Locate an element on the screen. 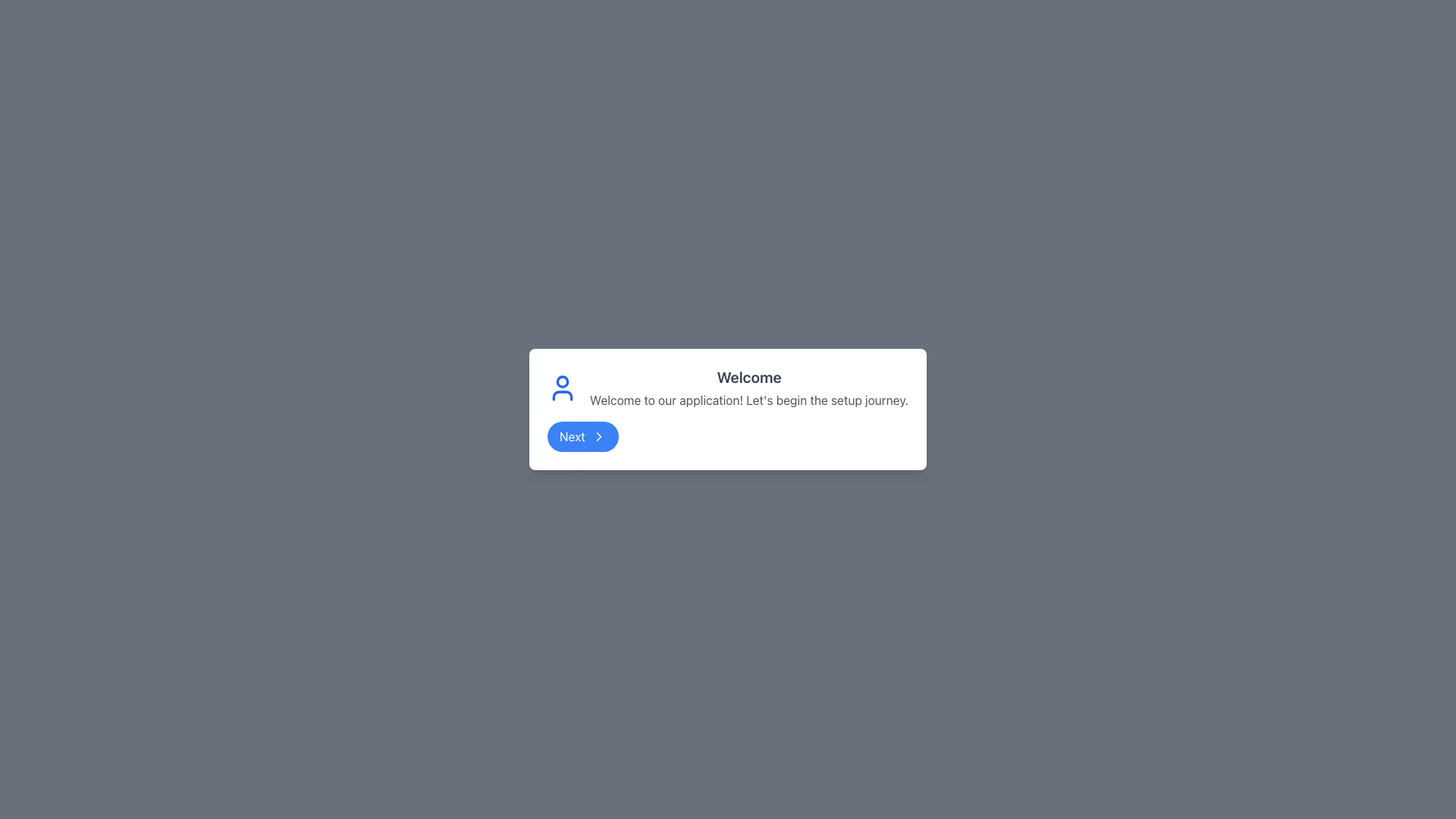 This screenshot has height=819, width=1456. the user profile icon, which is a blue stylized outline of a person's head and shoulders located to the far left of the welcome text in the welcome message section is located at coordinates (561, 388).